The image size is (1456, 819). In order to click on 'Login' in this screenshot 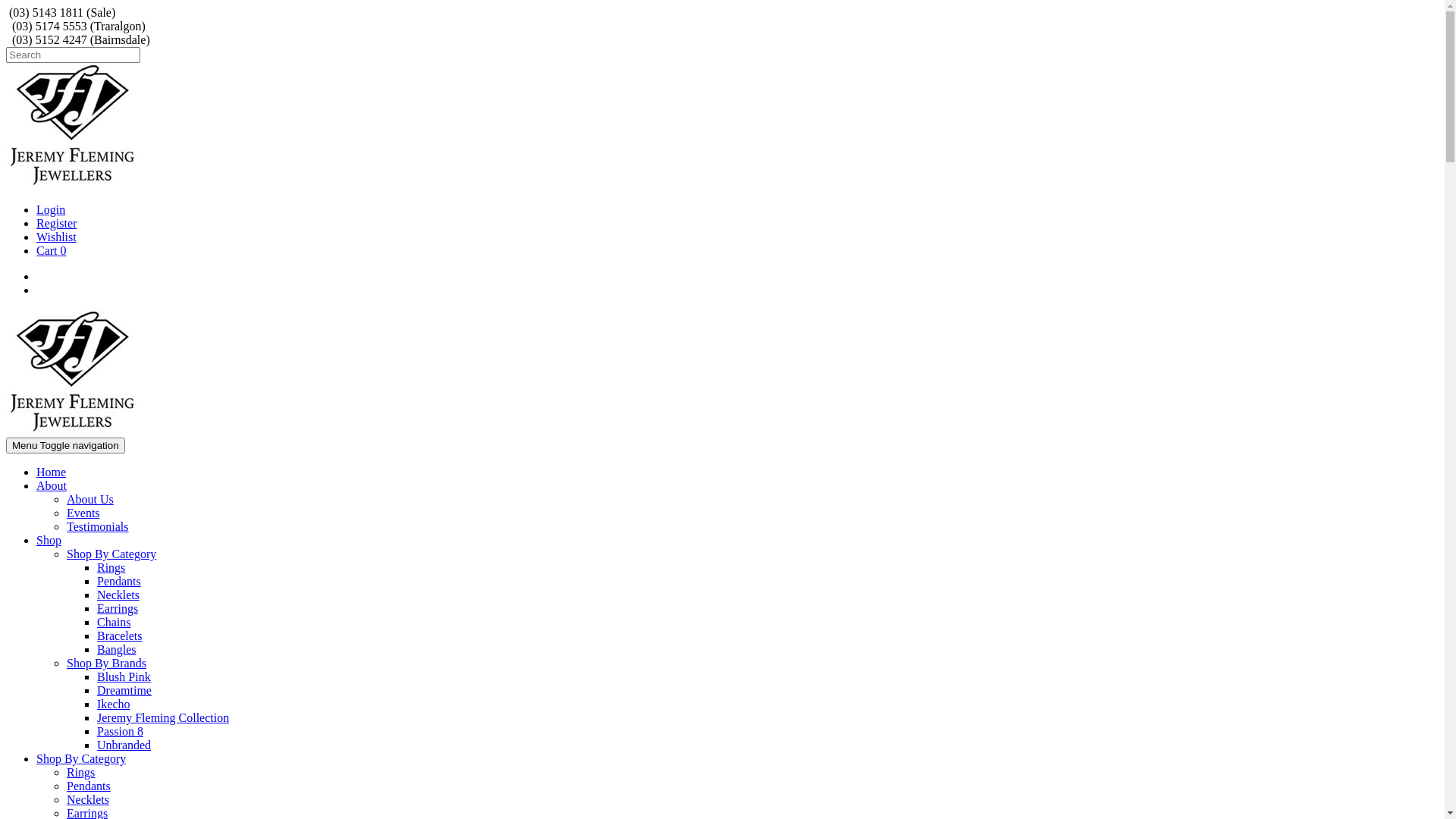, I will do `click(51, 209)`.